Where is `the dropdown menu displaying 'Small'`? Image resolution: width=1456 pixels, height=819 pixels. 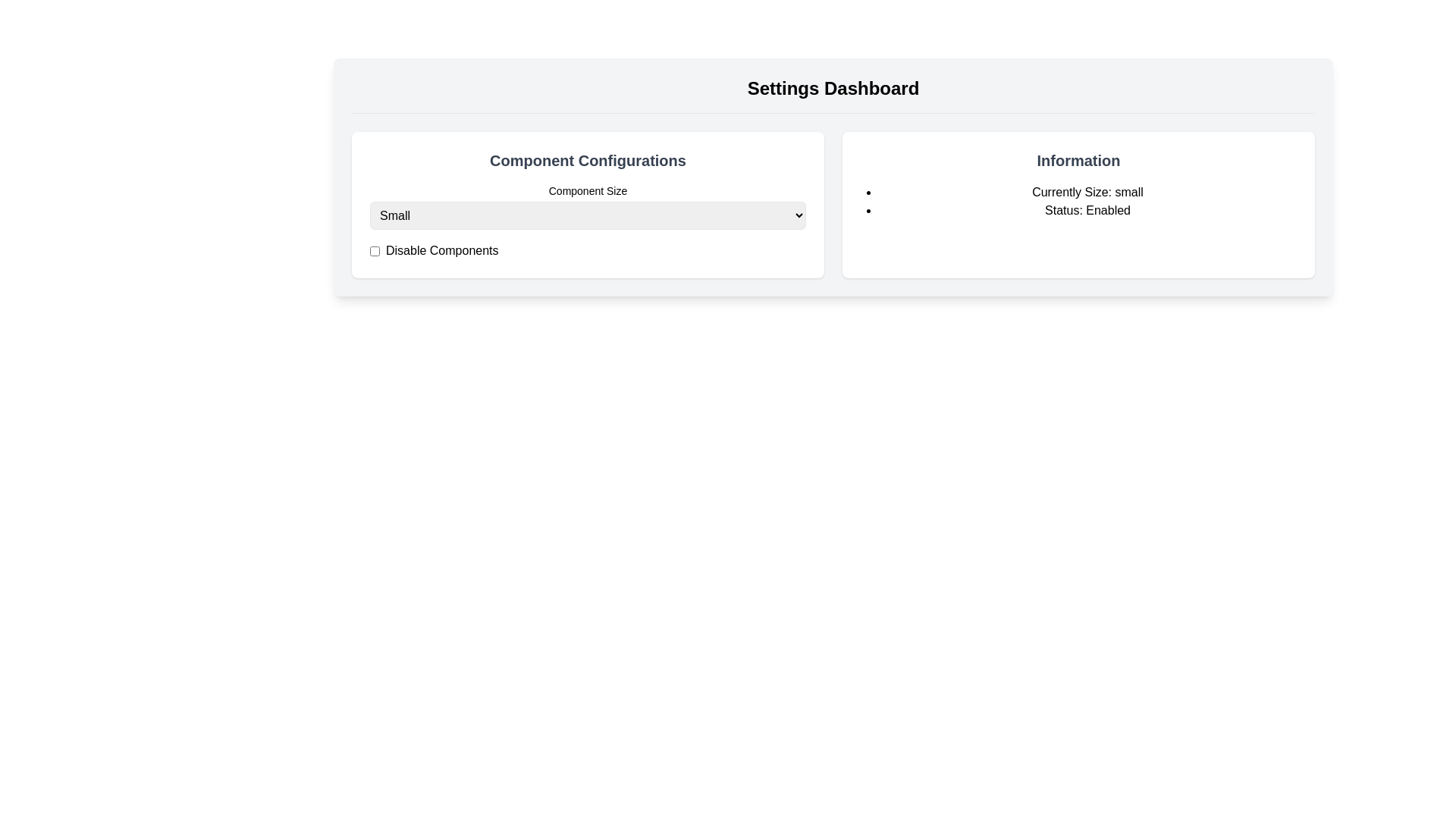
the dropdown menu displaying 'Small' is located at coordinates (587, 215).